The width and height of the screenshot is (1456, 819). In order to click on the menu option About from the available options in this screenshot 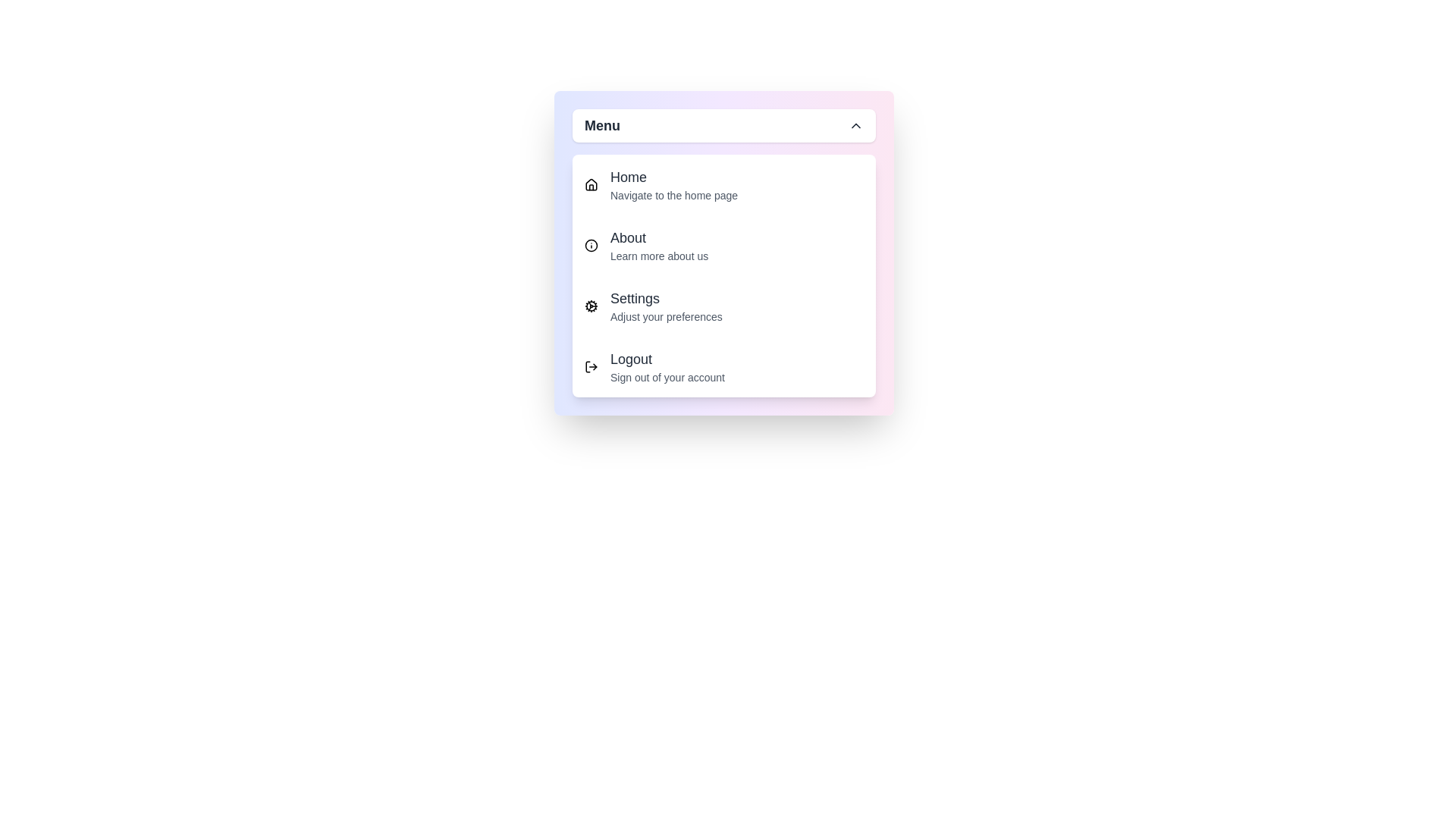, I will do `click(723, 245)`.